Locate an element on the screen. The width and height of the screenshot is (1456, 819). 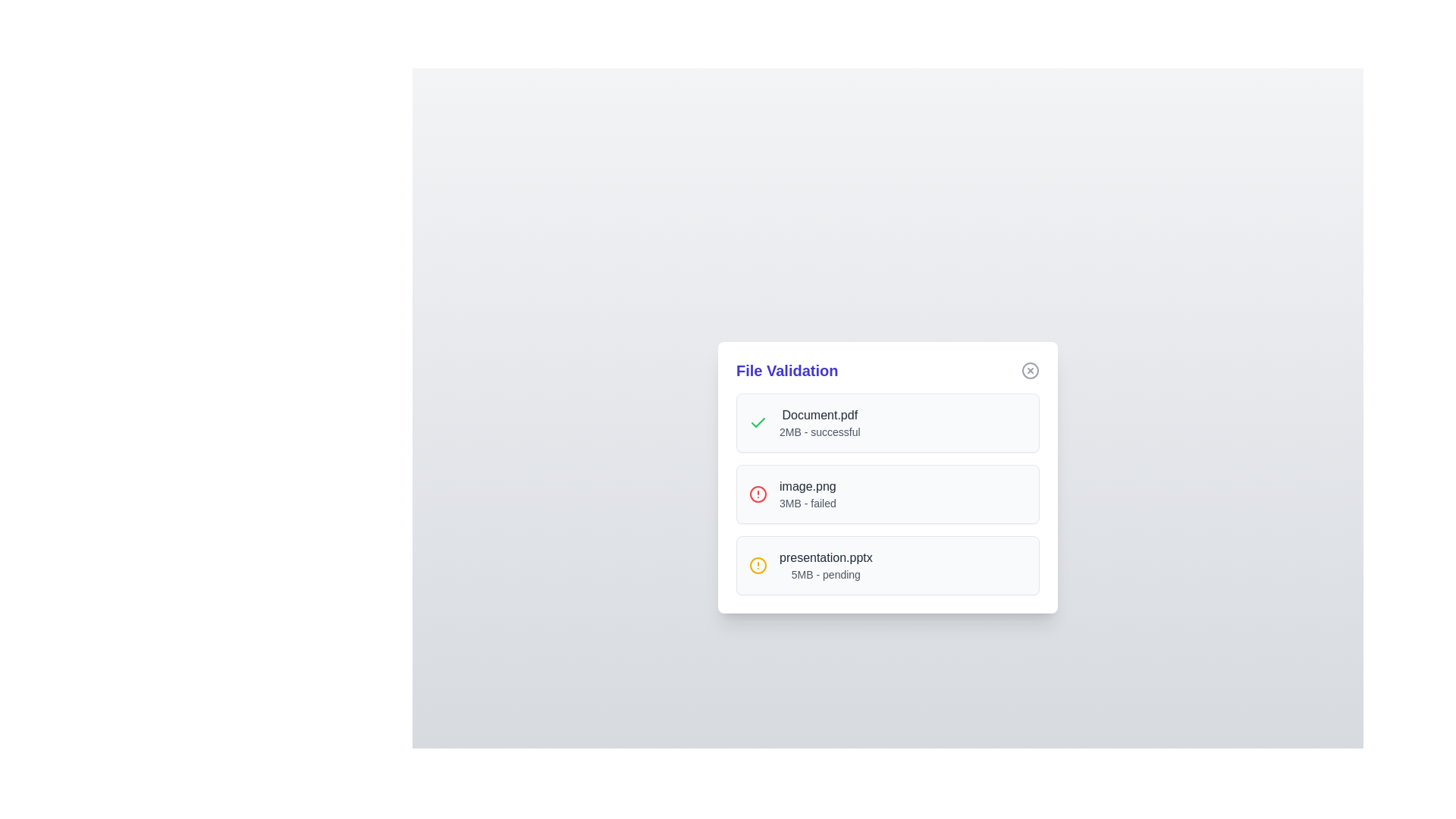
the status icon of the file image.png to inspect its status is located at coordinates (758, 494).